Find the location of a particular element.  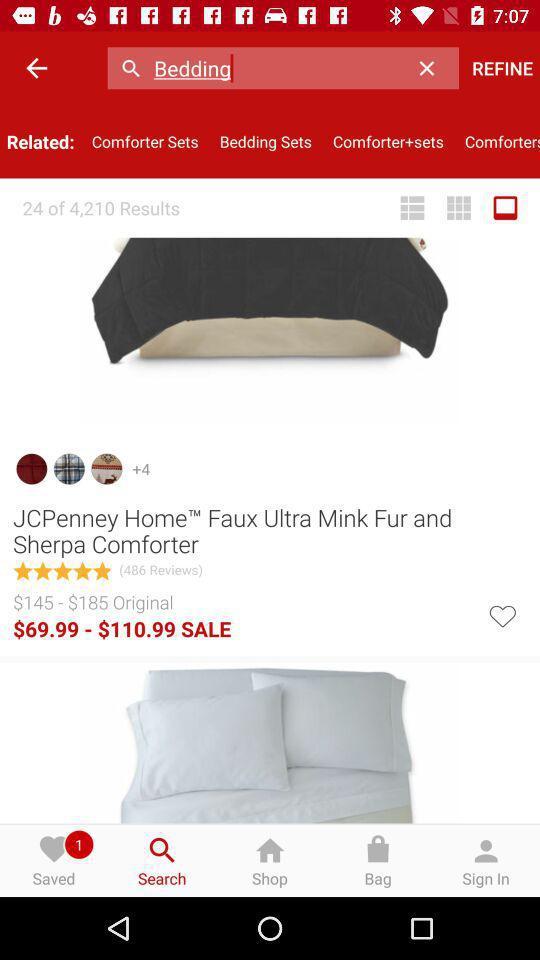

item below the comforters item is located at coordinates (504, 208).